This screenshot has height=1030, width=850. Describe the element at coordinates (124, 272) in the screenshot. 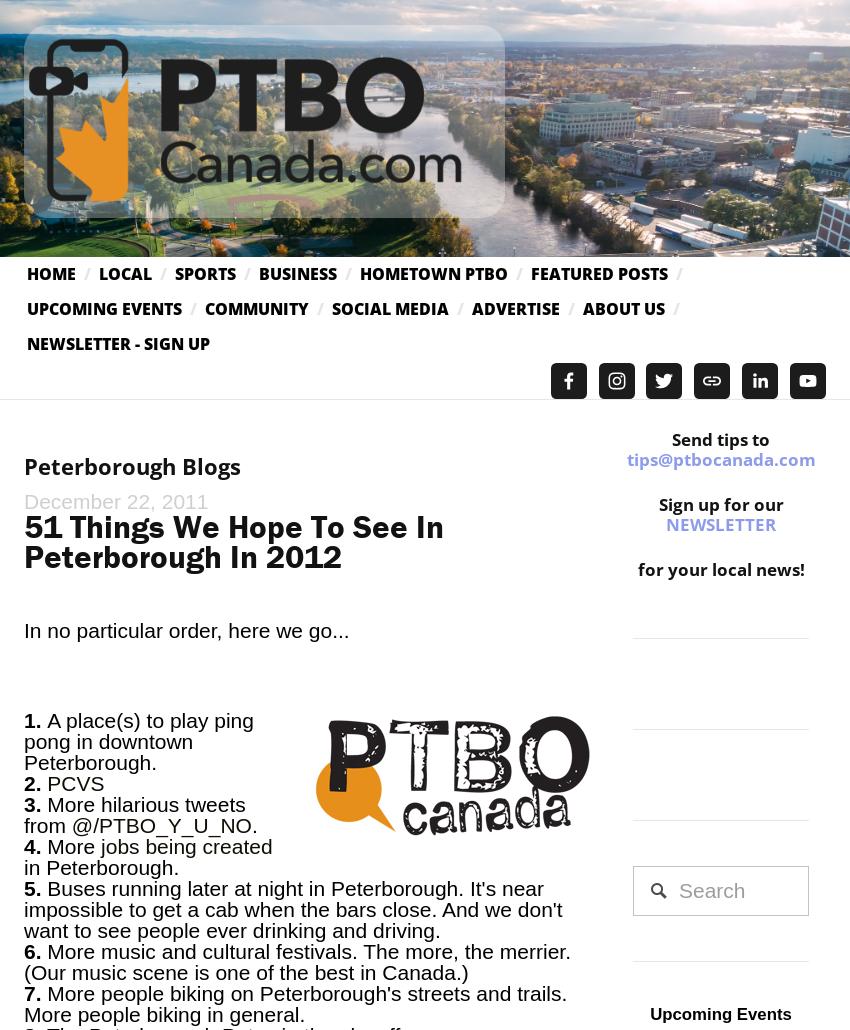

I see `'Local'` at that location.